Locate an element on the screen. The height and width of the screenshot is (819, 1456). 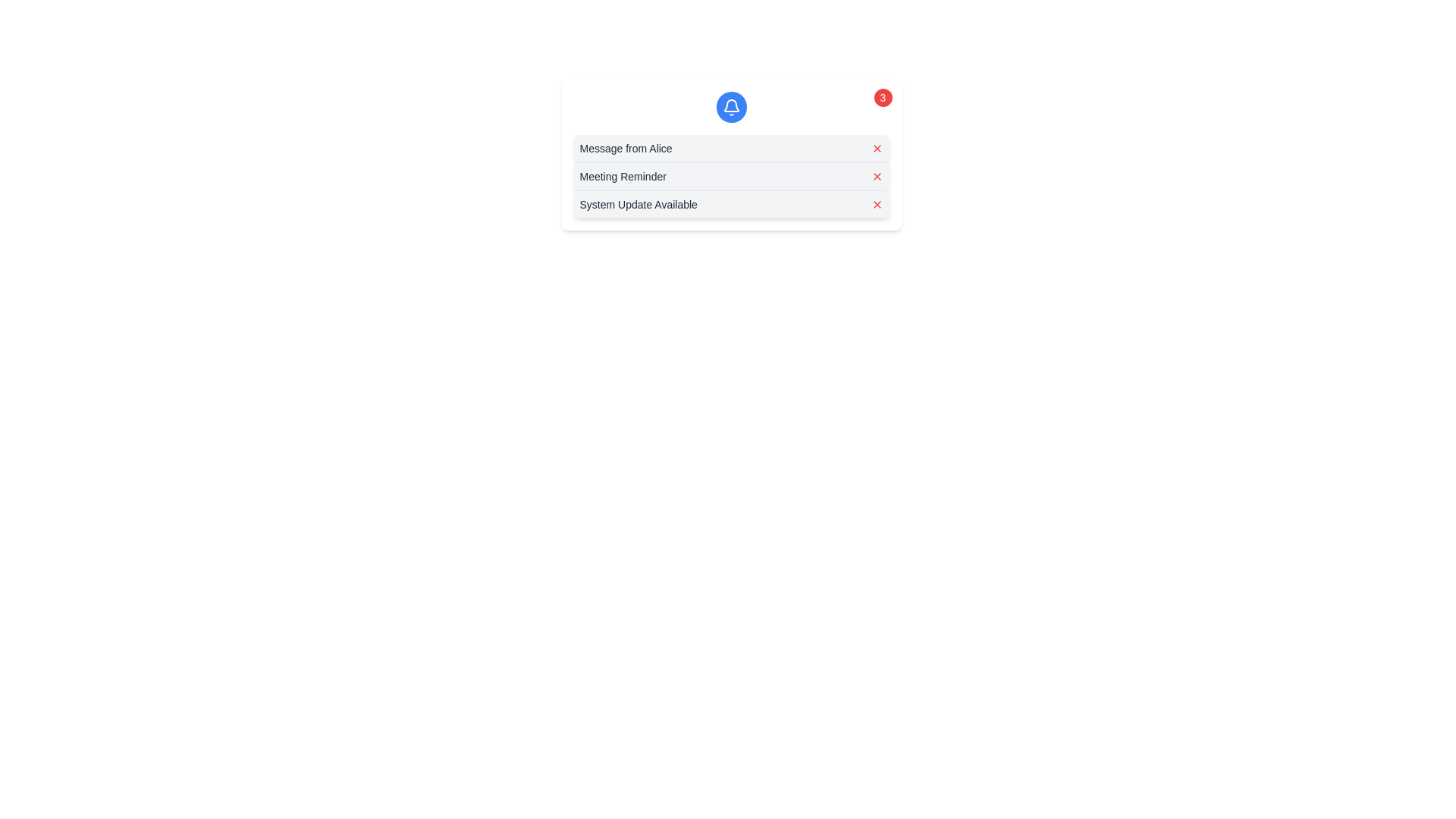
the circular blue button with a white bell icon located at the top-center of the notification panel is located at coordinates (731, 106).